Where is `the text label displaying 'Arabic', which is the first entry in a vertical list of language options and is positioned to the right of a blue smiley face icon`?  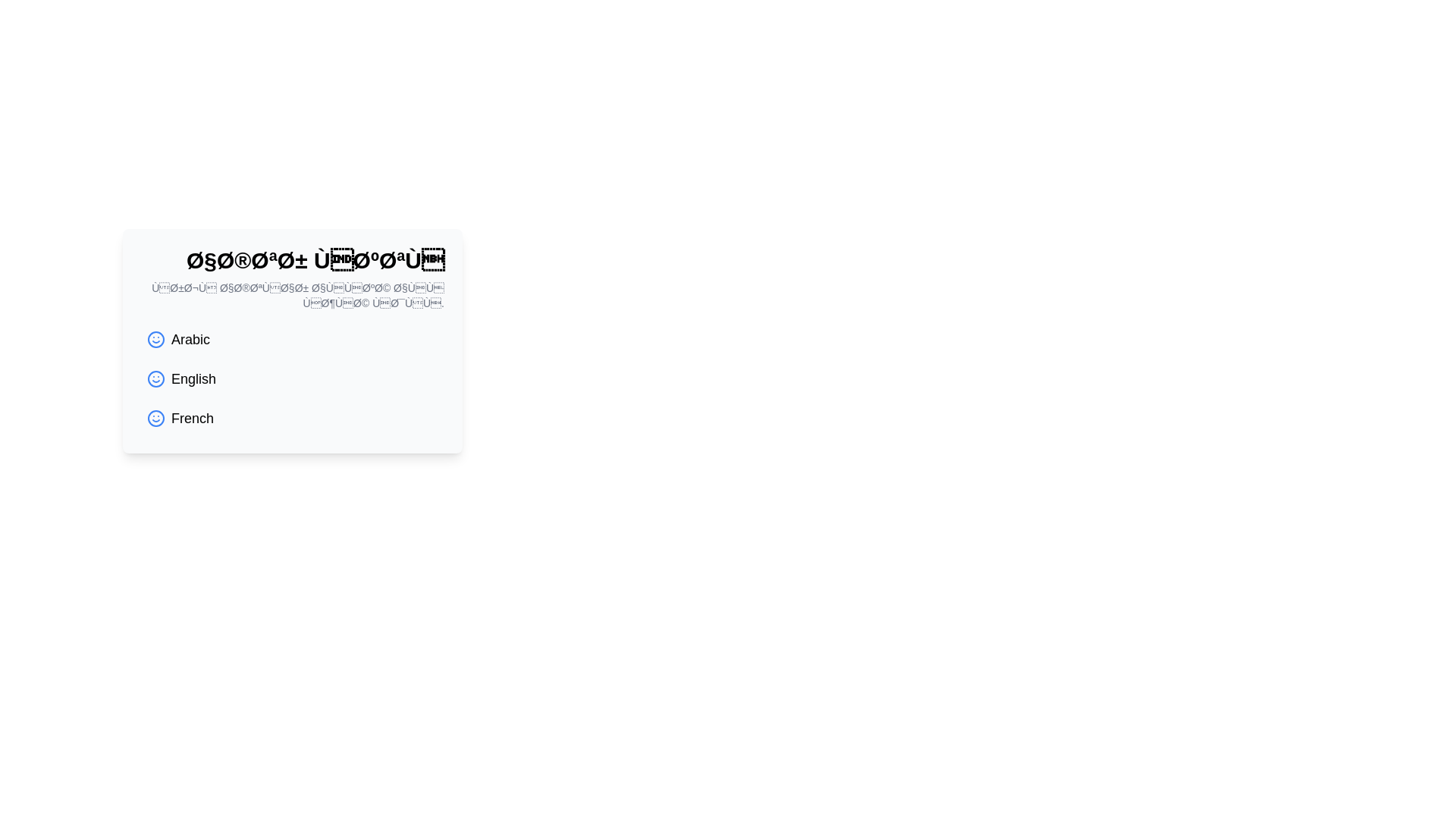 the text label displaying 'Arabic', which is the first entry in a vertical list of language options and is positioned to the right of a blue smiley face icon is located at coordinates (190, 338).